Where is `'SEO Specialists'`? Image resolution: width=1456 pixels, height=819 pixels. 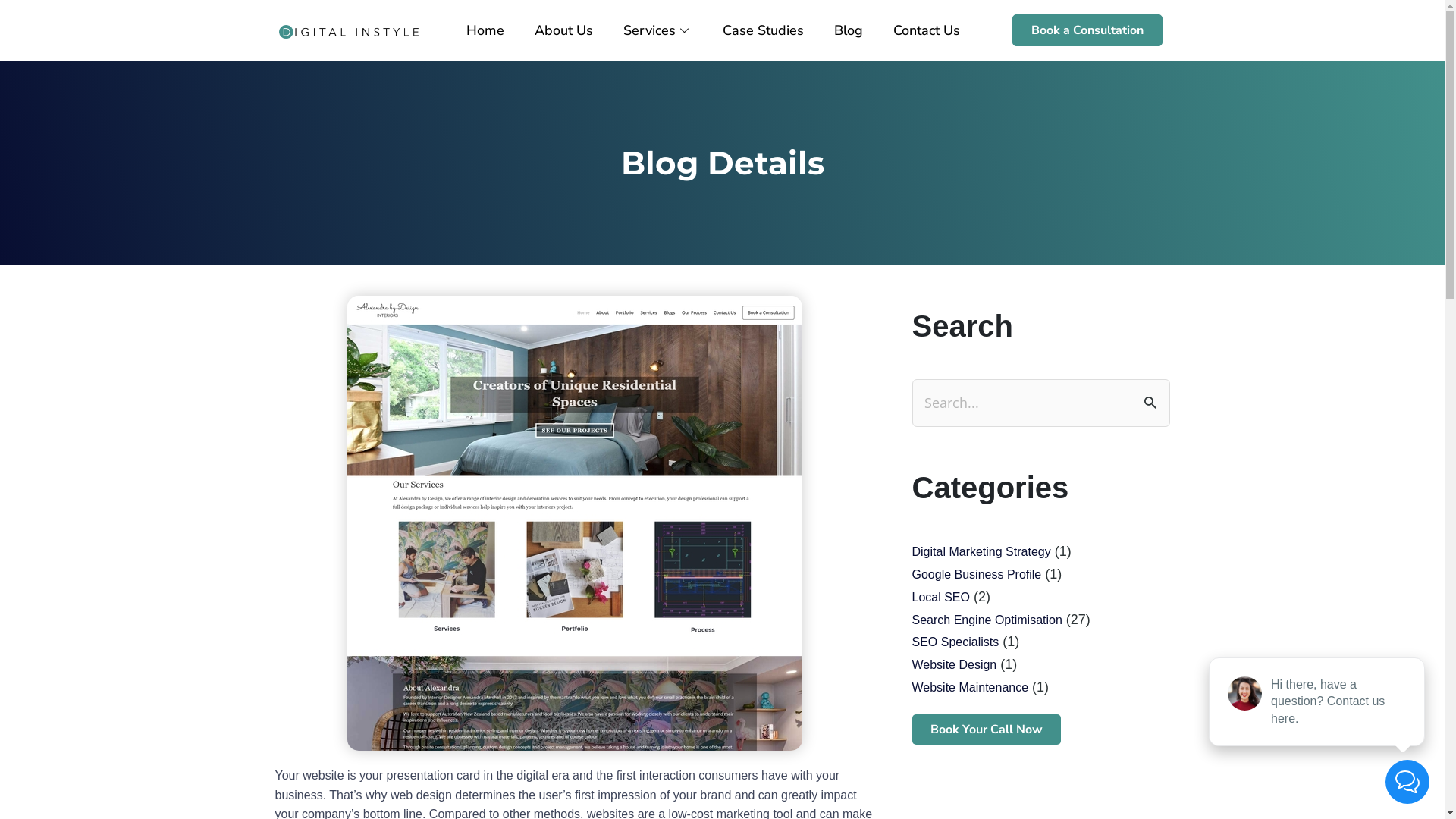 'SEO Specialists' is located at coordinates (954, 642).